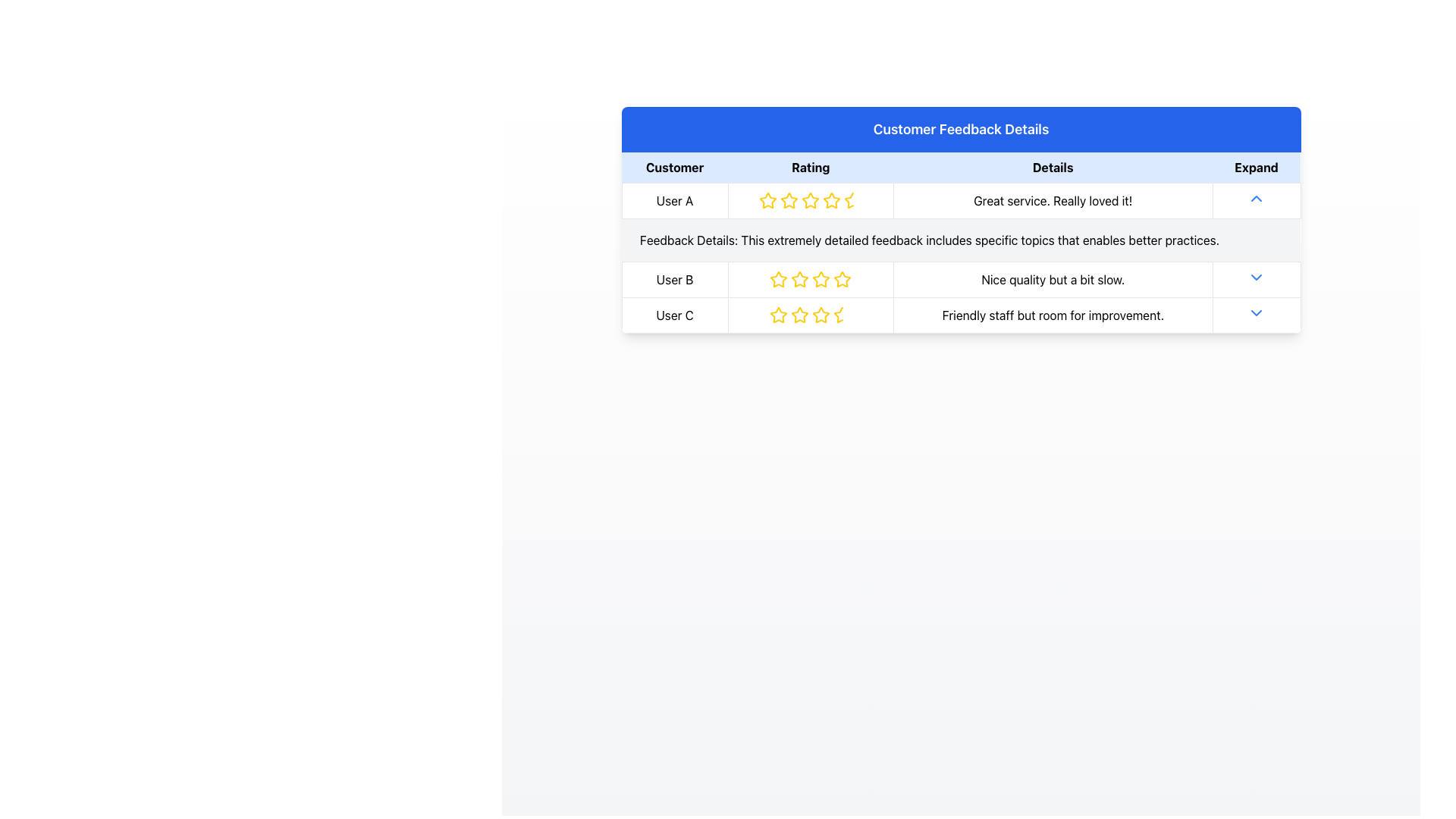 The width and height of the screenshot is (1456, 819). Describe the element at coordinates (810, 280) in the screenshot. I see `the non-interactive rating display represented by five yellow star icons in the 'Rating' column for 'User B'` at that location.